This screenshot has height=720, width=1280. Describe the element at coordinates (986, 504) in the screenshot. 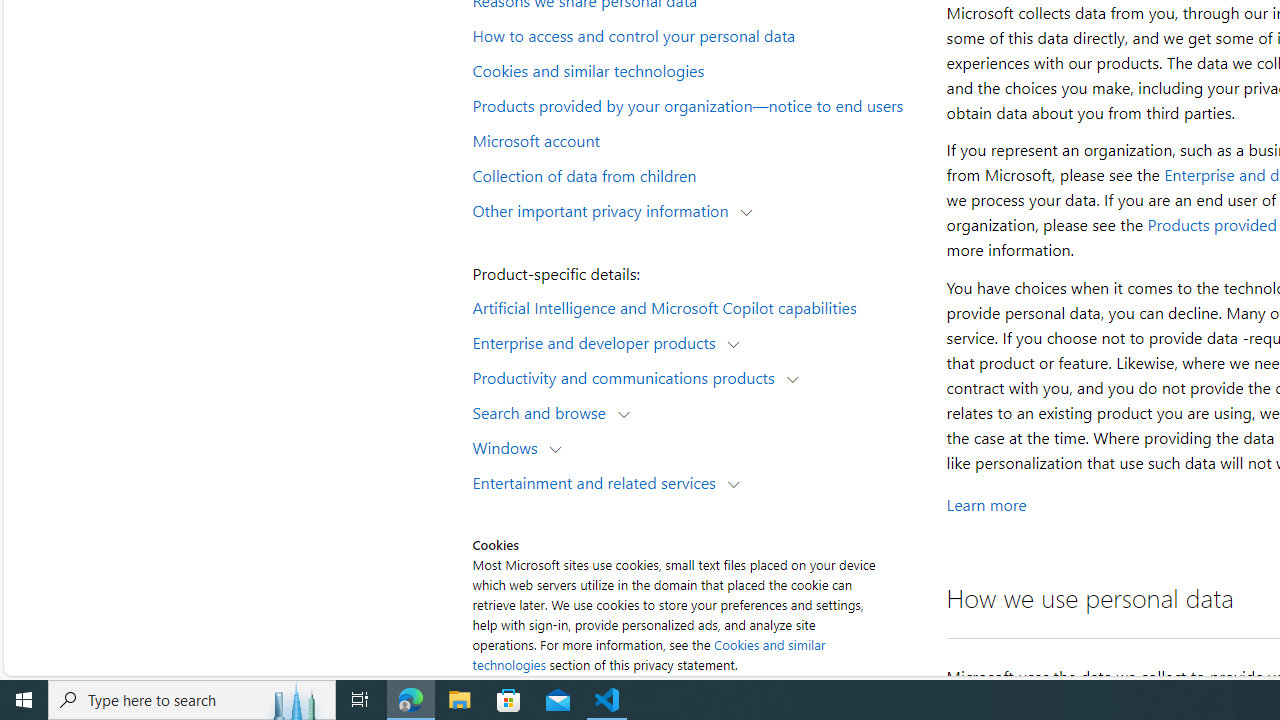

I see `'Learn more about Personal data we collect'` at that location.